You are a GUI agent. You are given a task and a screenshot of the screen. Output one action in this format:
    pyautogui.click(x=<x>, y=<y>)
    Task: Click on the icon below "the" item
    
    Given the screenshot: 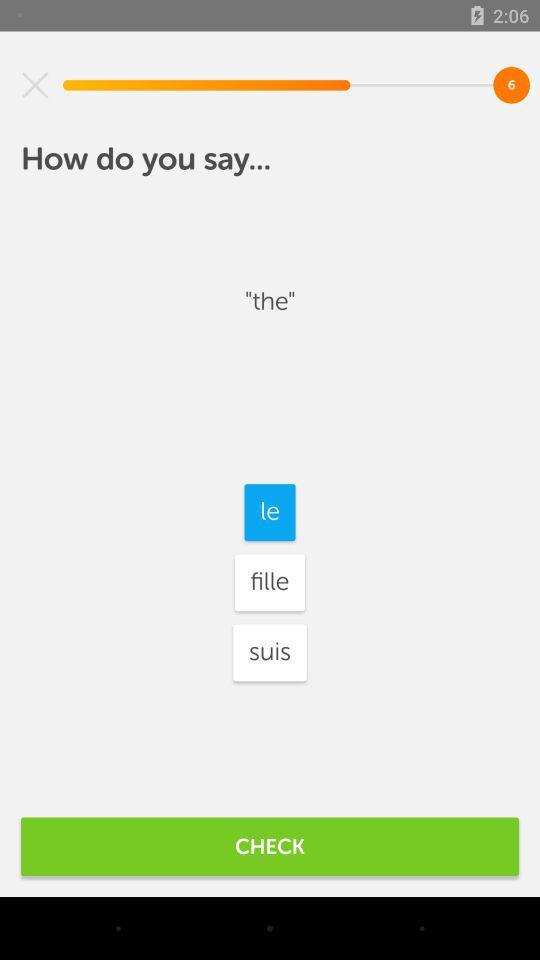 What is the action you would take?
    pyautogui.click(x=270, y=511)
    